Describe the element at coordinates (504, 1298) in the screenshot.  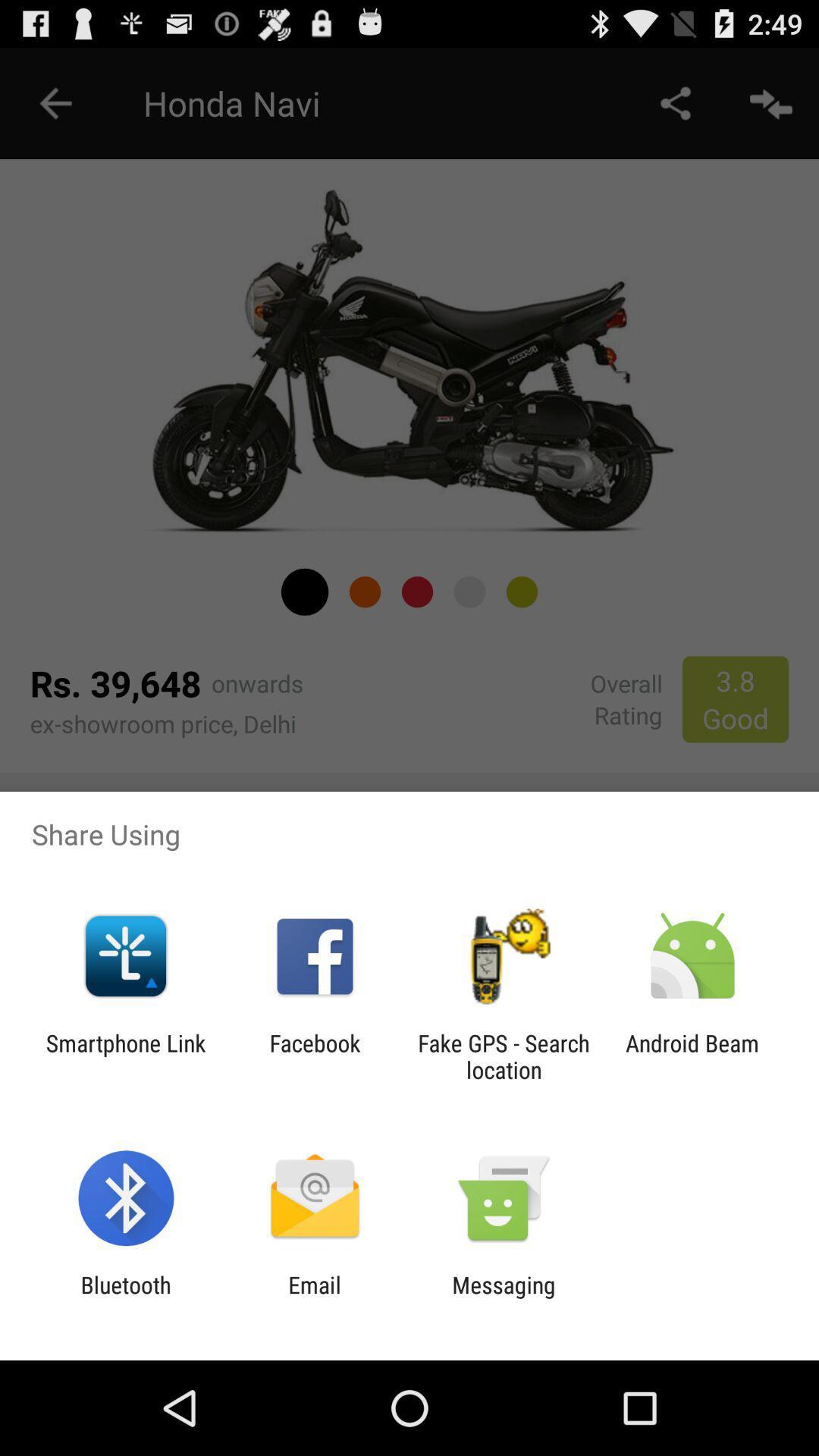
I see `item next to email icon` at that location.